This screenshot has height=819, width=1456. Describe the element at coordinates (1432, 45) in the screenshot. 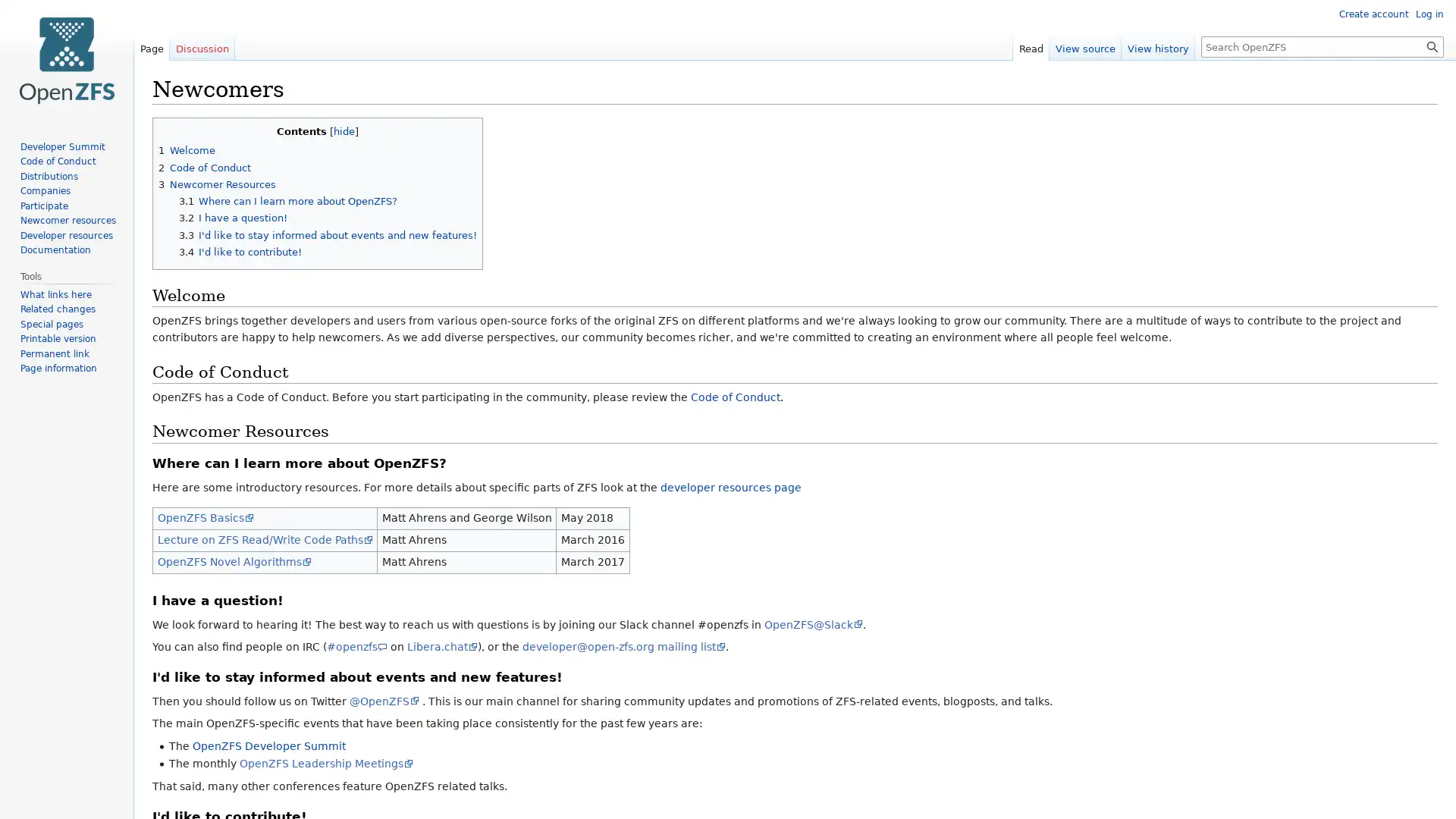

I see `Search` at that location.